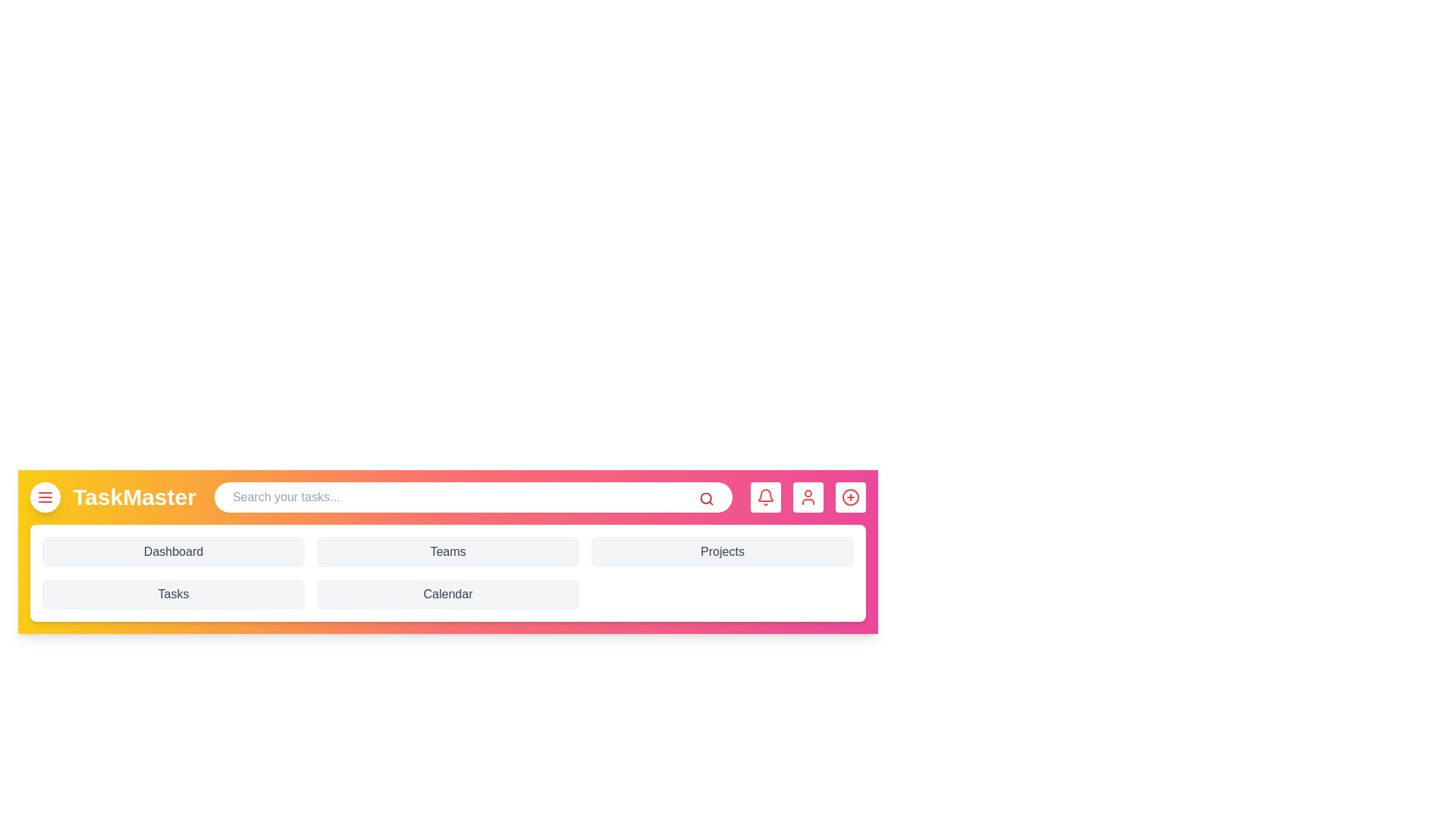 The height and width of the screenshot is (819, 1456). What do you see at coordinates (447, 552) in the screenshot?
I see `the 'Teams' button to navigate to the Teams section` at bounding box center [447, 552].